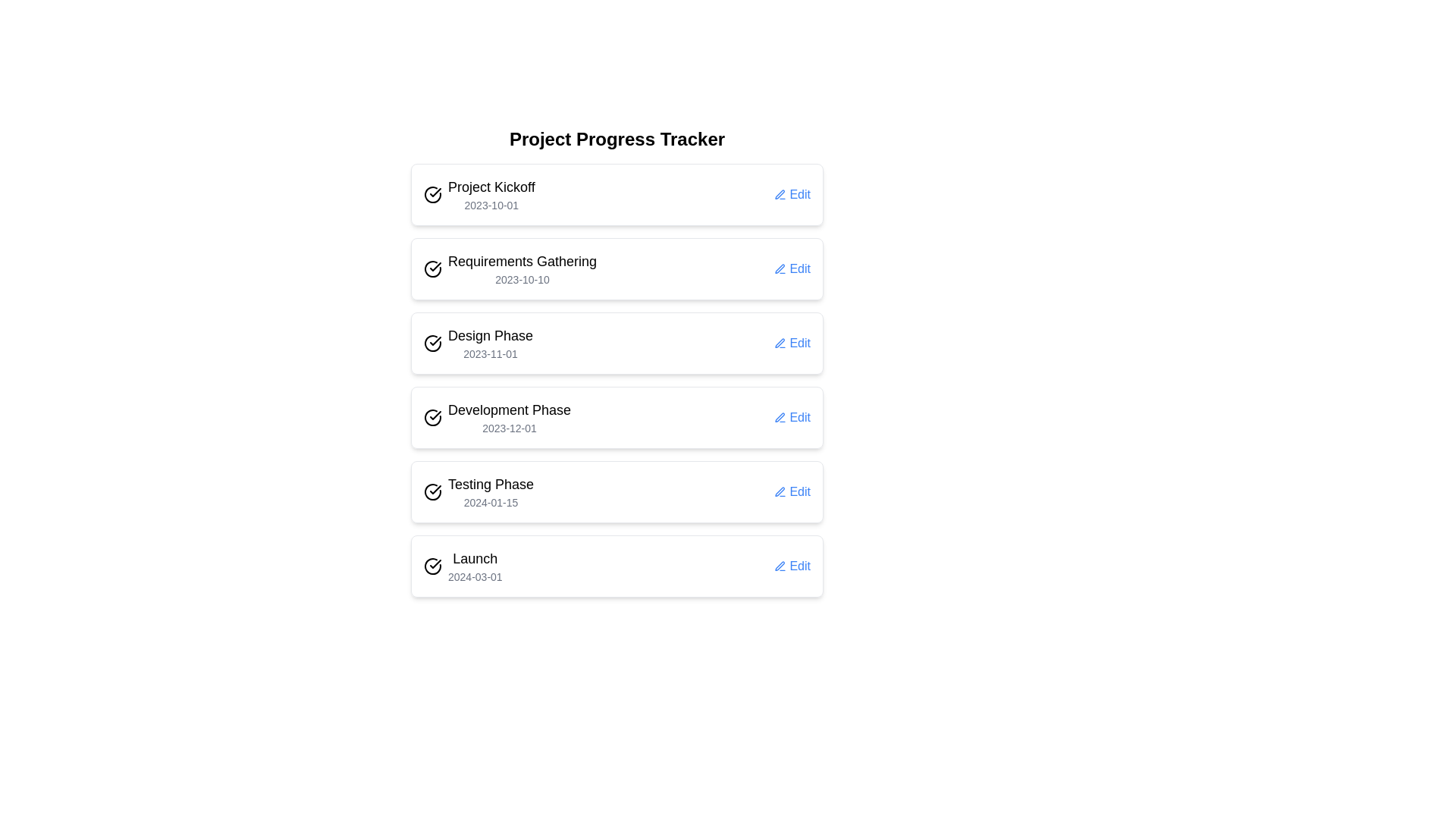  I want to click on the status indicator icon that visually conveys the completion status of the 'Launch' step in the progress tracker, which is located on the far left adjacent to the associated label and date information, so click(432, 566).